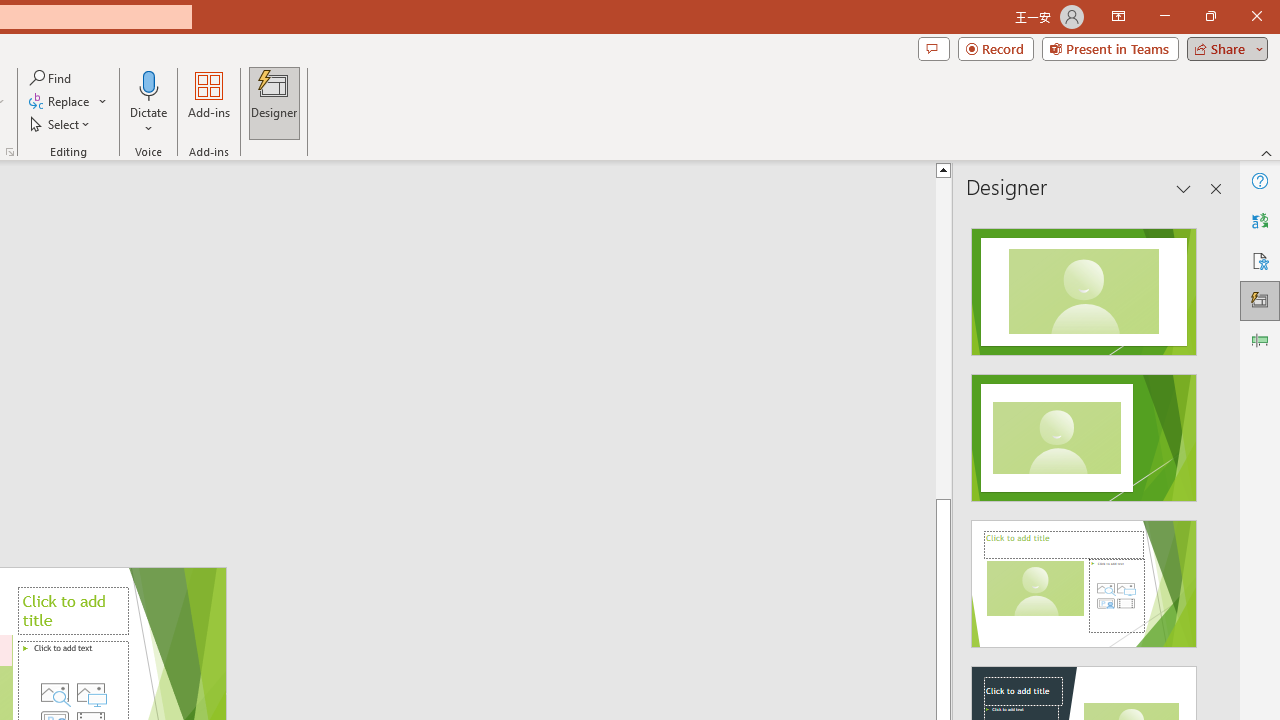  What do you see at coordinates (1083, 286) in the screenshot?
I see `'Recommended Design: Design Idea'` at bounding box center [1083, 286].